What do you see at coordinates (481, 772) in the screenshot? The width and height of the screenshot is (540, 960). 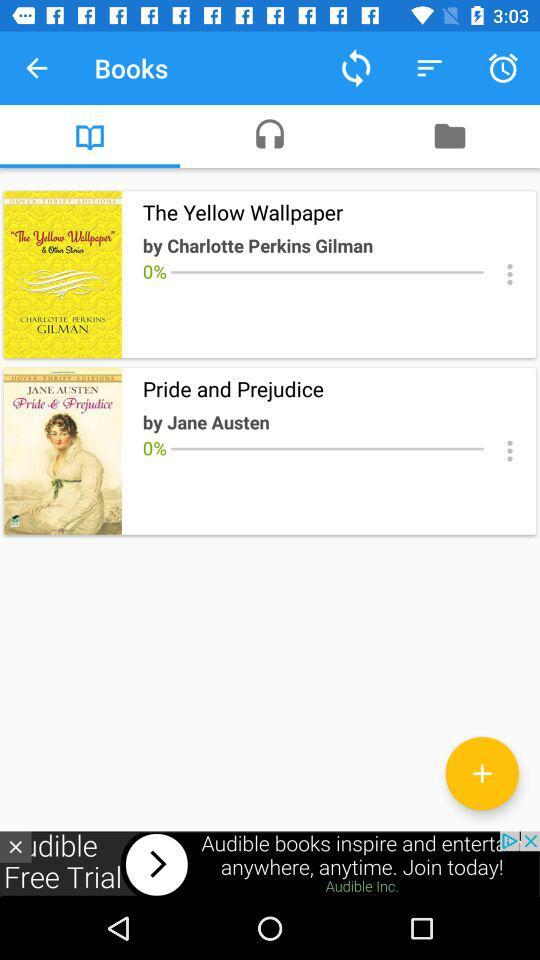 I see `another book` at bounding box center [481, 772].